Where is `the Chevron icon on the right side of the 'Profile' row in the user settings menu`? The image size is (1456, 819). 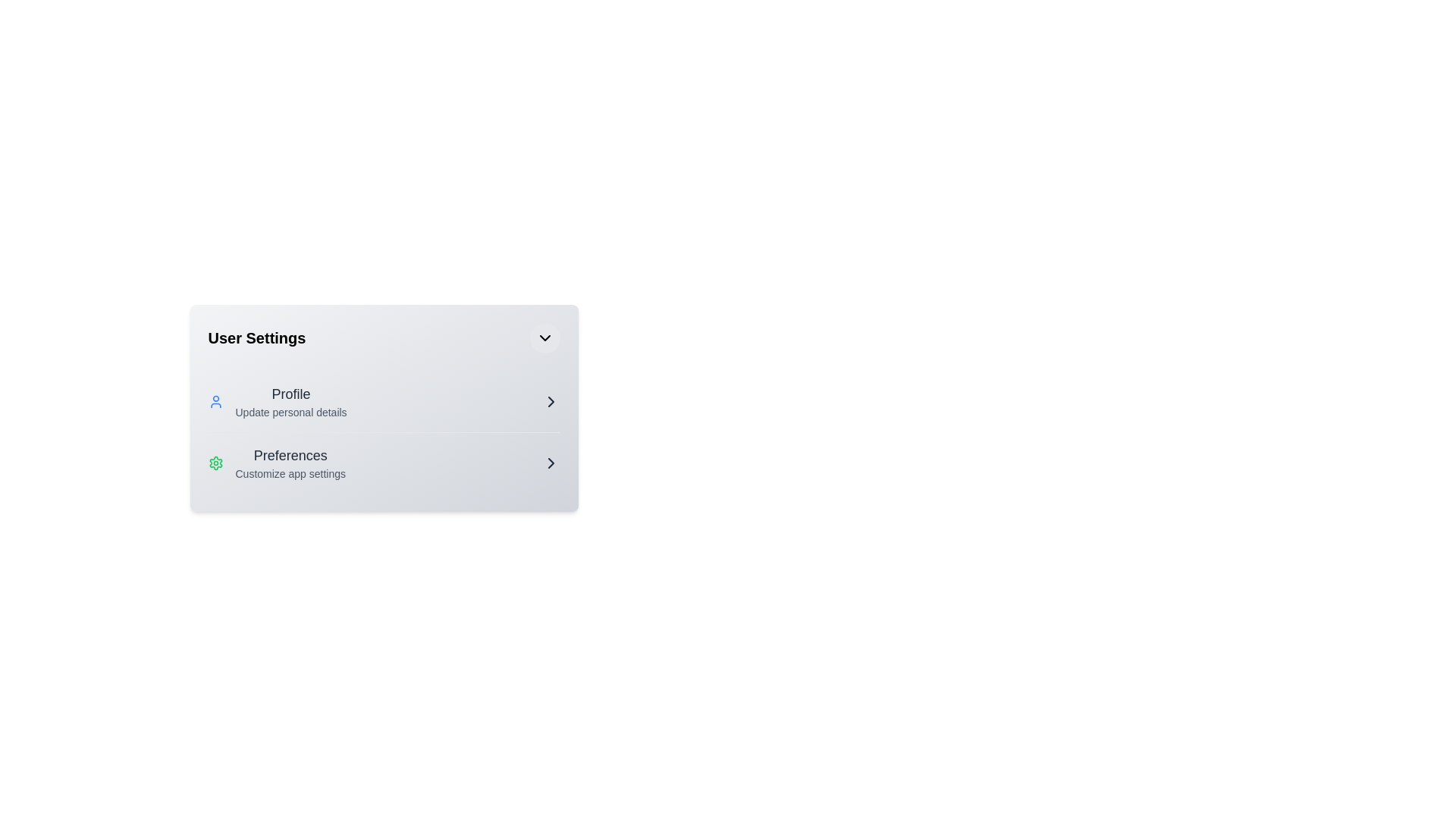 the Chevron icon on the right side of the 'Profile' row in the user settings menu is located at coordinates (550, 400).